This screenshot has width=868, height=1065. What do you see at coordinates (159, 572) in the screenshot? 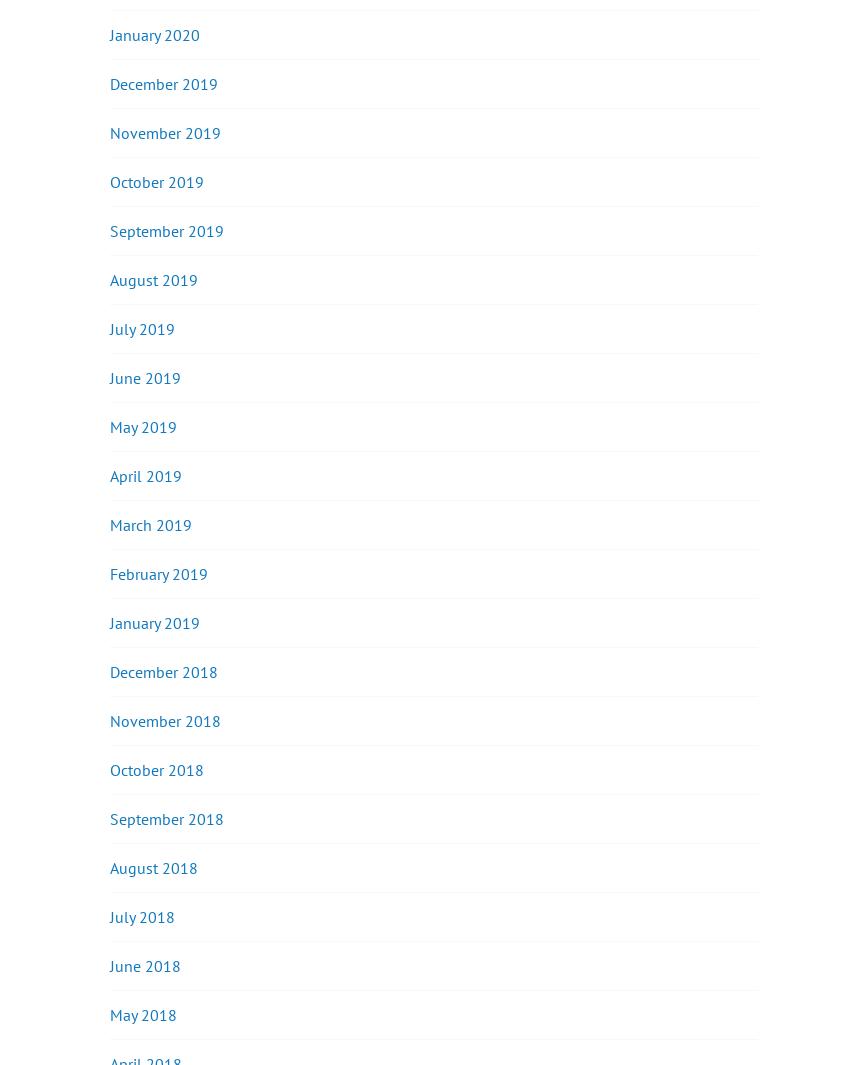
I see `'February 2019'` at bounding box center [159, 572].